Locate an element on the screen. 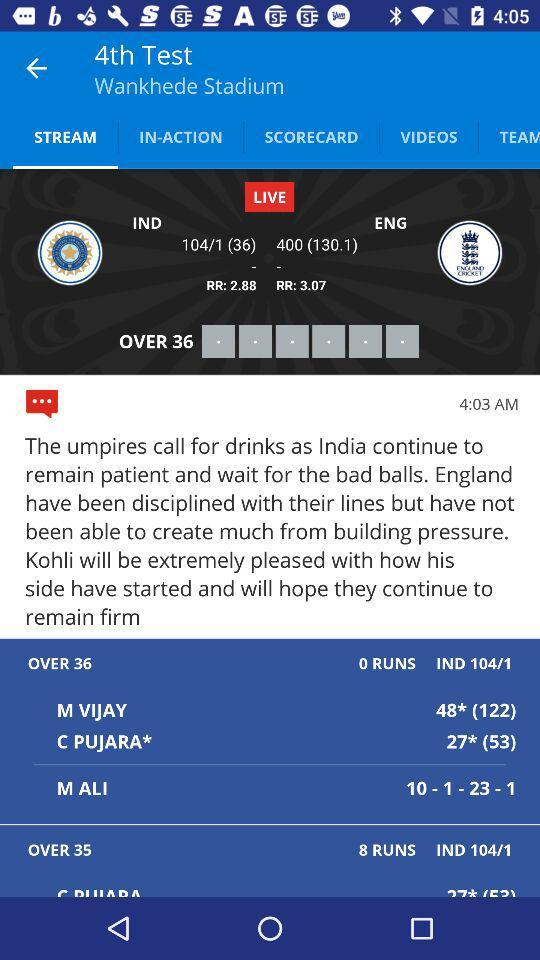 This screenshot has width=540, height=960. the icon below wankhede stadium icon is located at coordinates (180, 135).